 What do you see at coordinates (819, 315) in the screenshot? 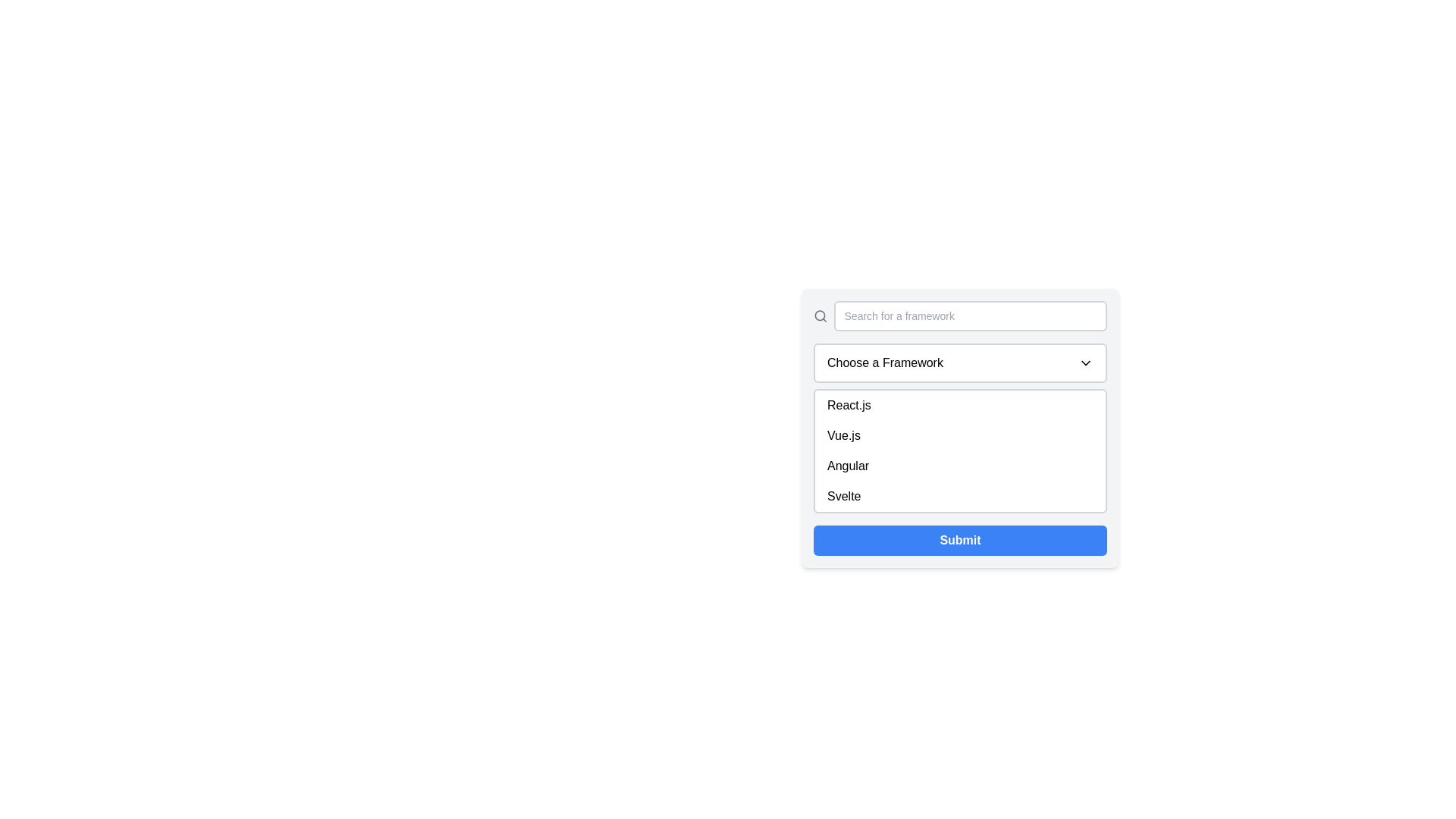
I see `the central circular component of the magnifying glass icon, which symbolizes the lens and visually represents the search functionality` at bounding box center [819, 315].